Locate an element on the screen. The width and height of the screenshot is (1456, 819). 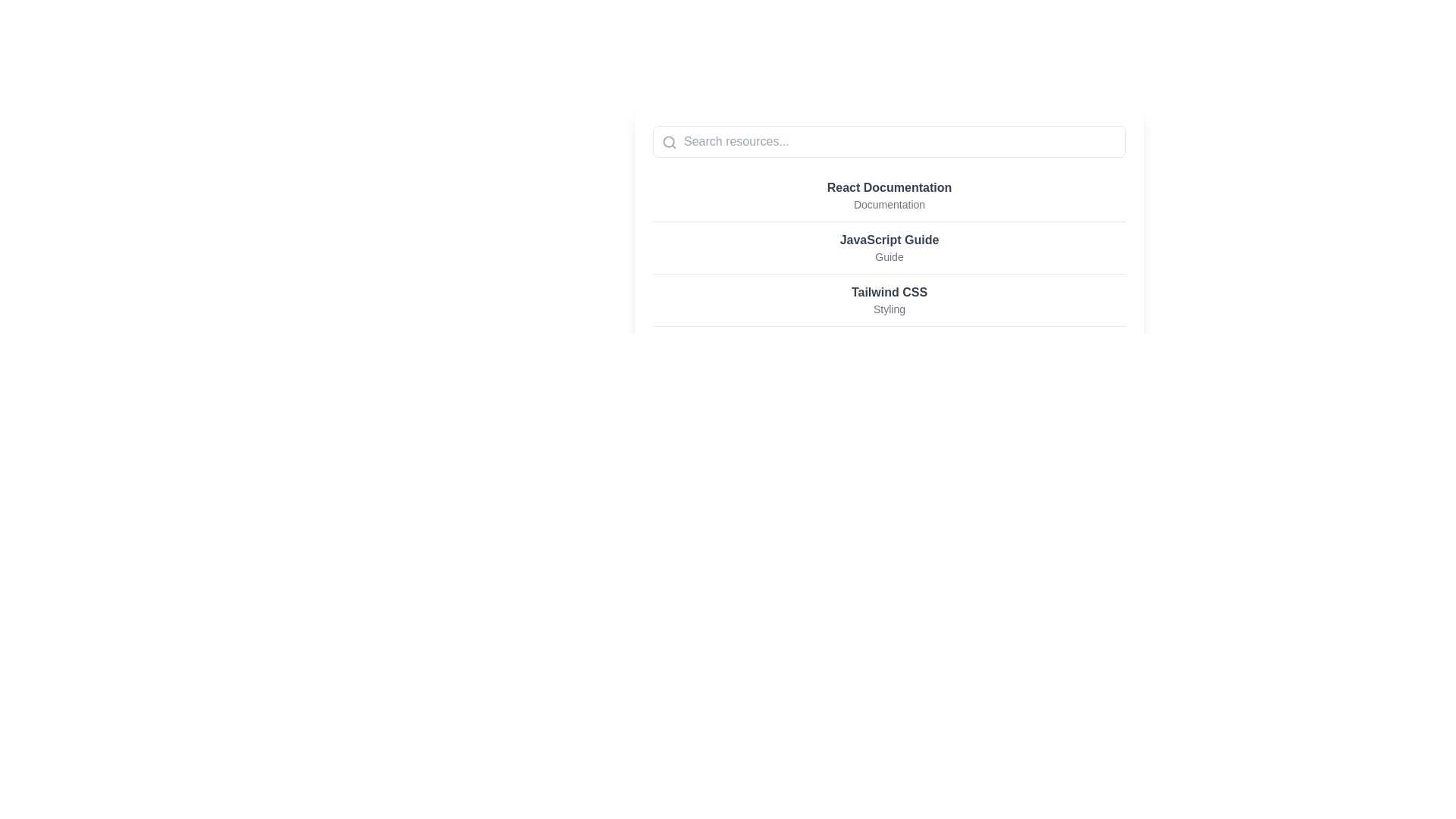
the static text label displaying the word 'Styling', which is positioned directly below the larger text 'Tailwind CSS' is located at coordinates (889, 309).